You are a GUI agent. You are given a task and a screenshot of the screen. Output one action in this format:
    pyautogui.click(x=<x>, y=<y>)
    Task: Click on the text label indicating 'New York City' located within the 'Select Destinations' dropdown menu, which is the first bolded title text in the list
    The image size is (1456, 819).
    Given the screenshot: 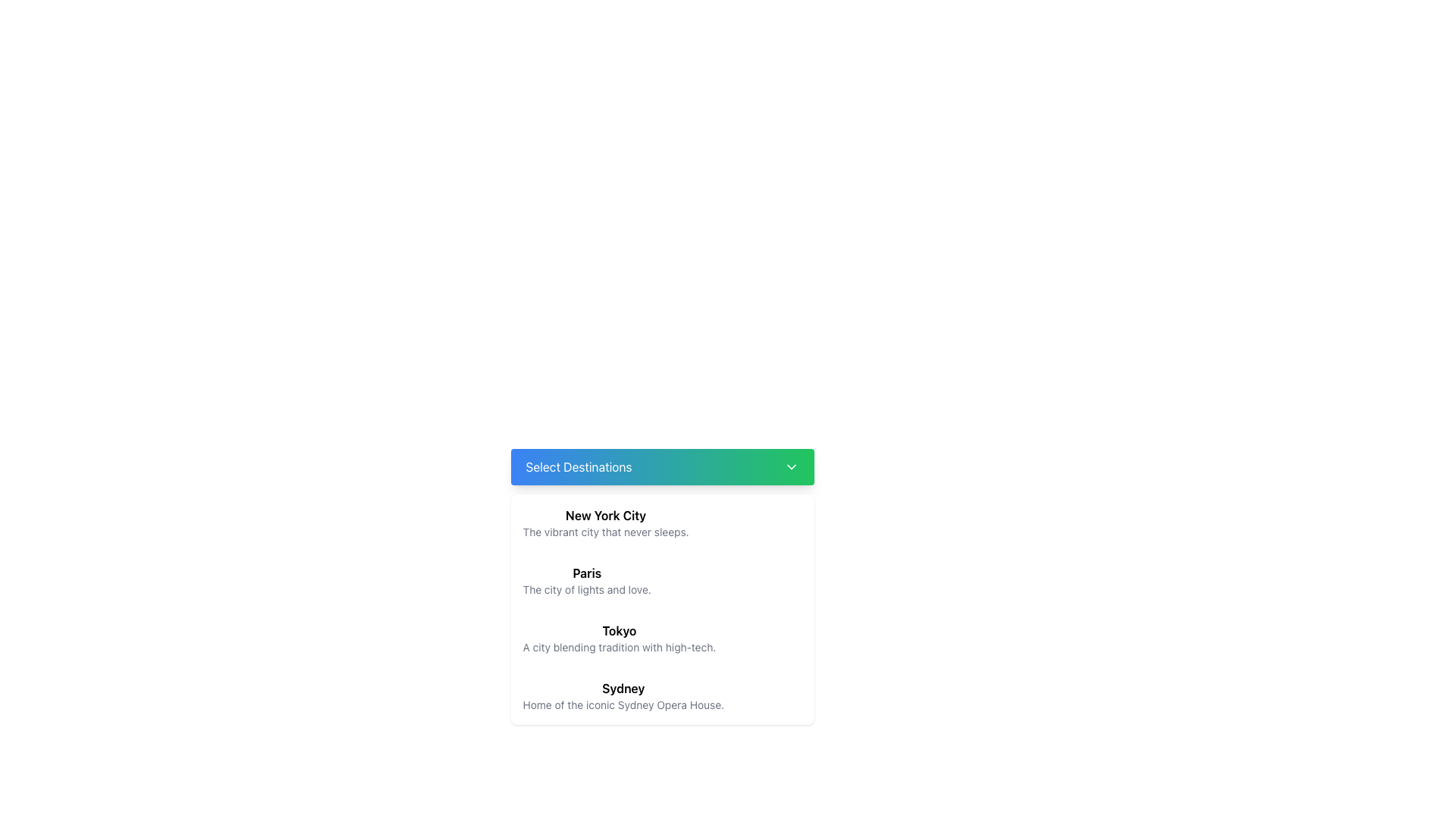 What is the action you would take?
    pyautogui.click(x=605, y=514)
    